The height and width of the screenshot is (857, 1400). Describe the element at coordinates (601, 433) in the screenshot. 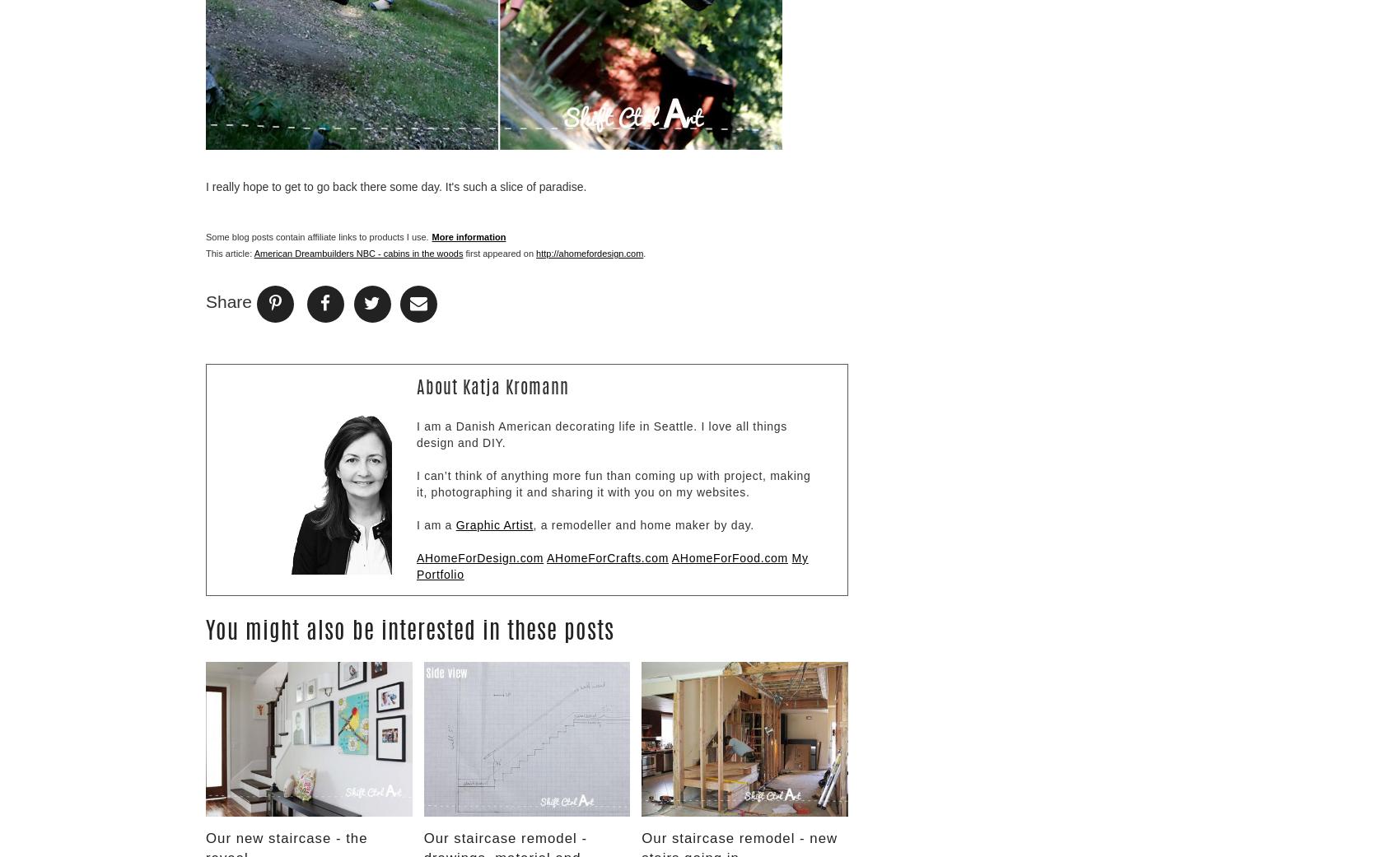

I see `'I am a Danish American decorating life in Seattle. I love all things design and DIY.'` at that location.